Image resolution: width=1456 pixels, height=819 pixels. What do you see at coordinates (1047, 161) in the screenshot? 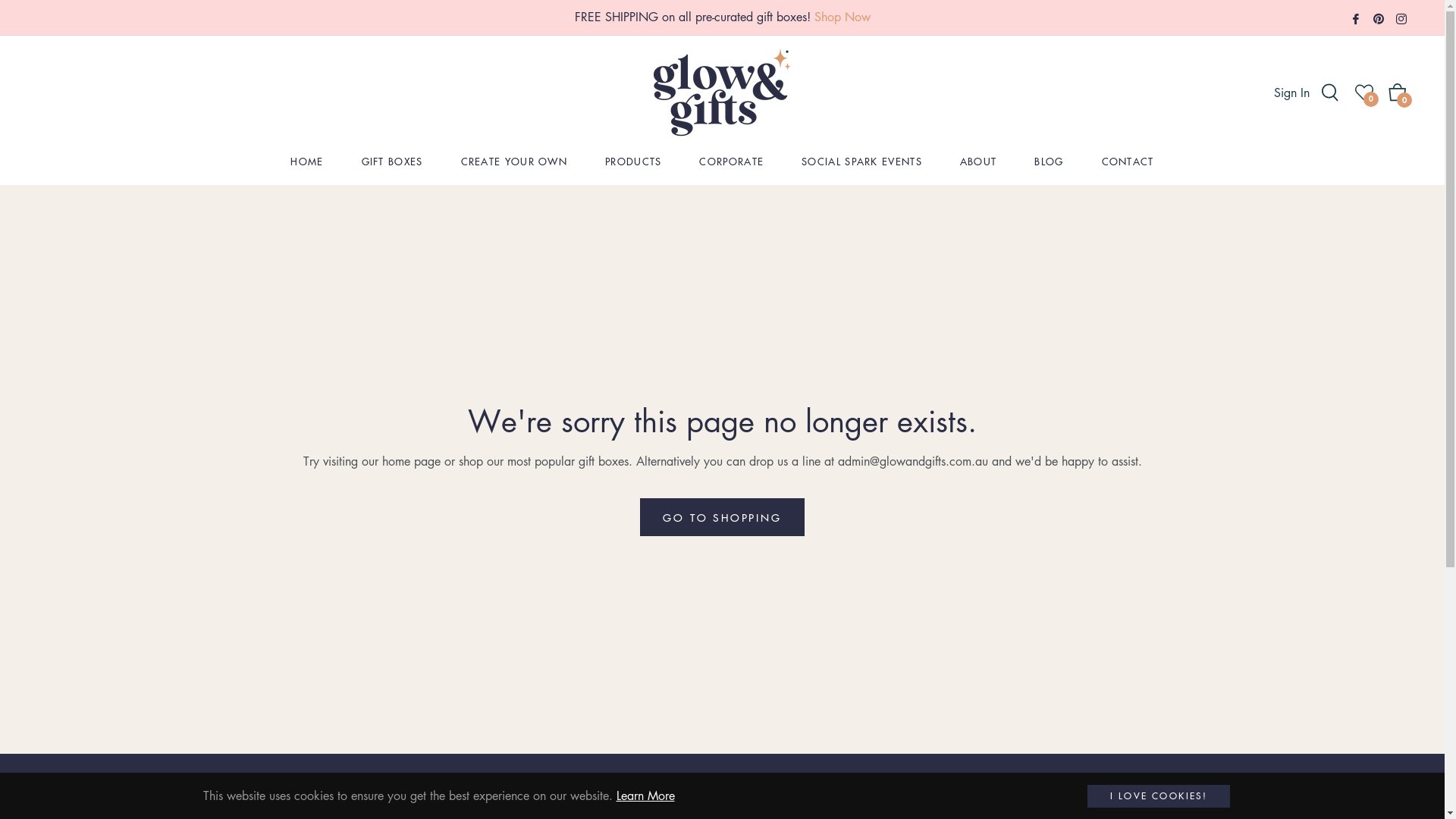
I see `'BLOG'` at bounding box center [1047, 161].